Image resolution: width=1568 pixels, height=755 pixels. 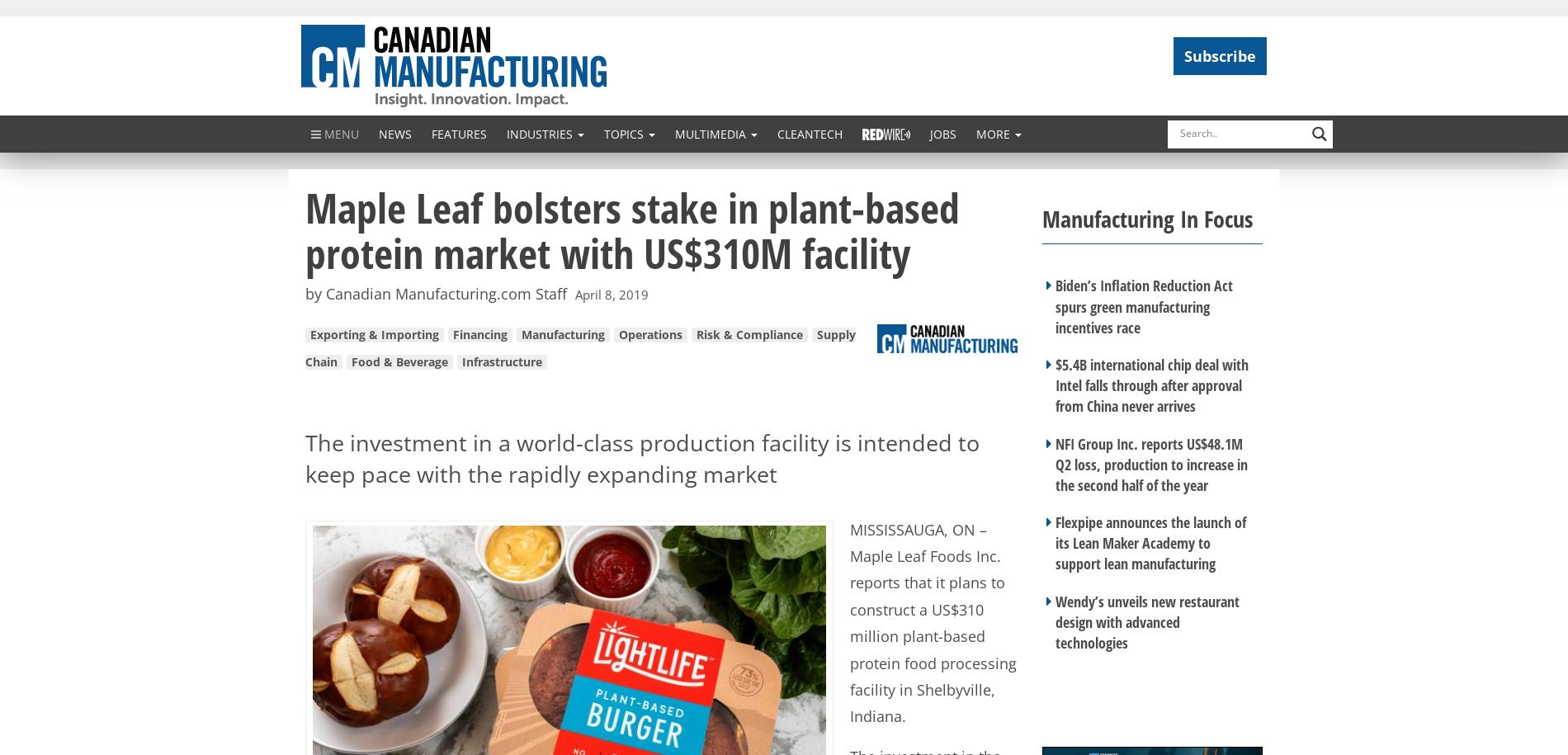 What do you see at coordinates (373, 333) in the screenshot?
I see `'Exporting & Importing'` at bounding box center [373, 333].